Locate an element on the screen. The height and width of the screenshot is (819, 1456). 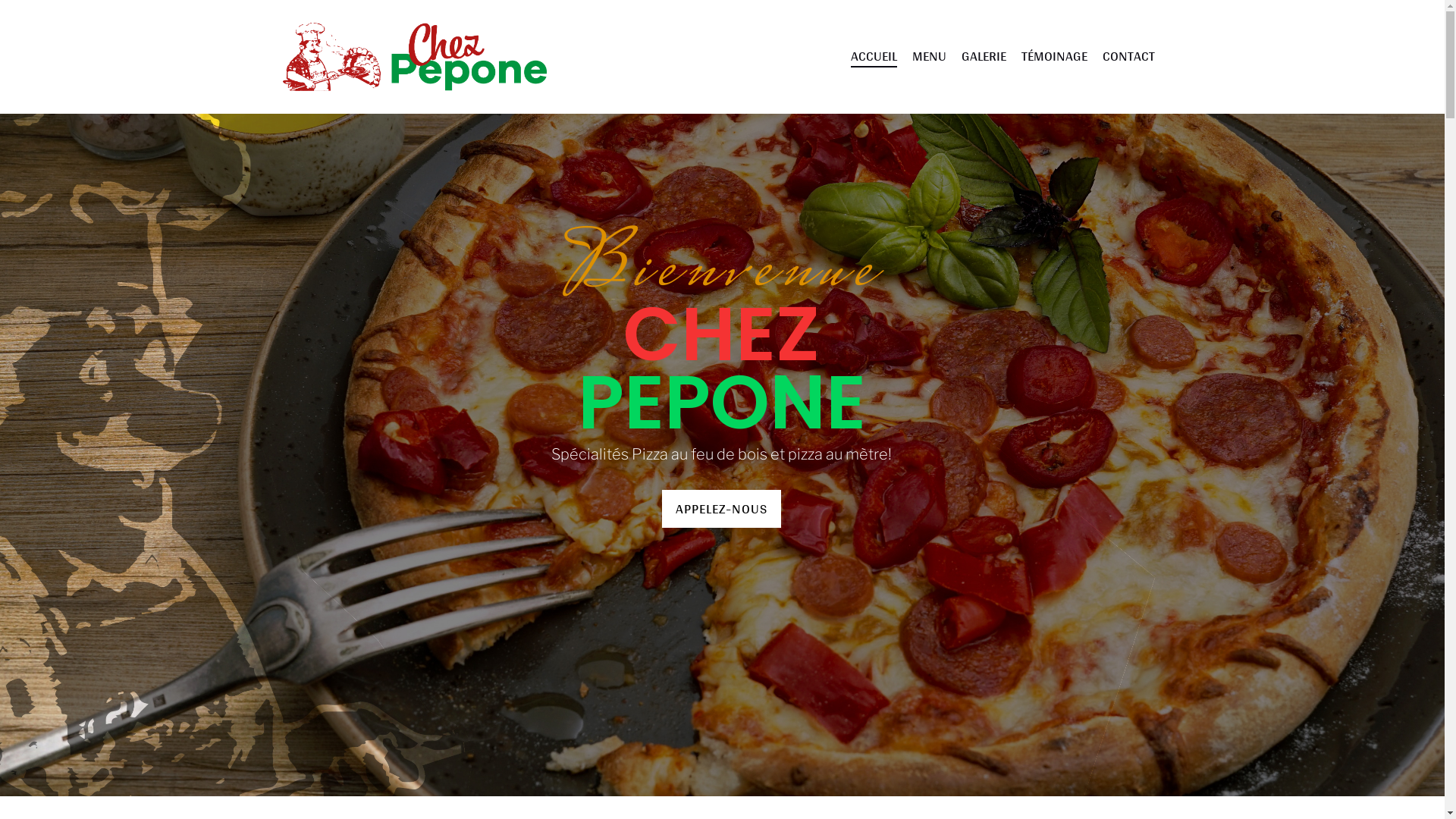
'GALERIE' is located at coordinates (984, 55).